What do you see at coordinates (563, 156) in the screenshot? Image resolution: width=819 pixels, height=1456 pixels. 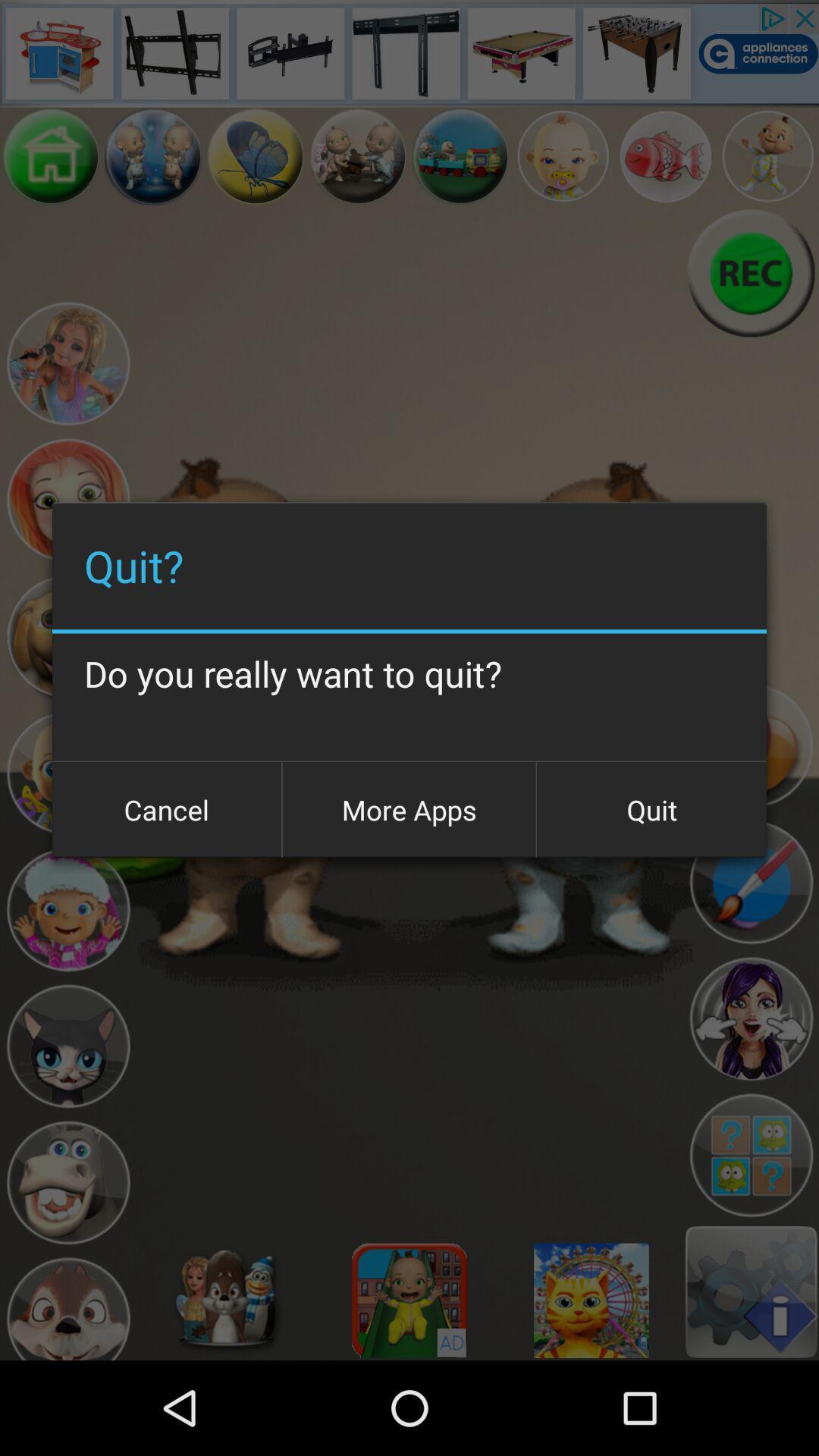 I see `image to be descriptive on left` at bounding box center [563, 156].